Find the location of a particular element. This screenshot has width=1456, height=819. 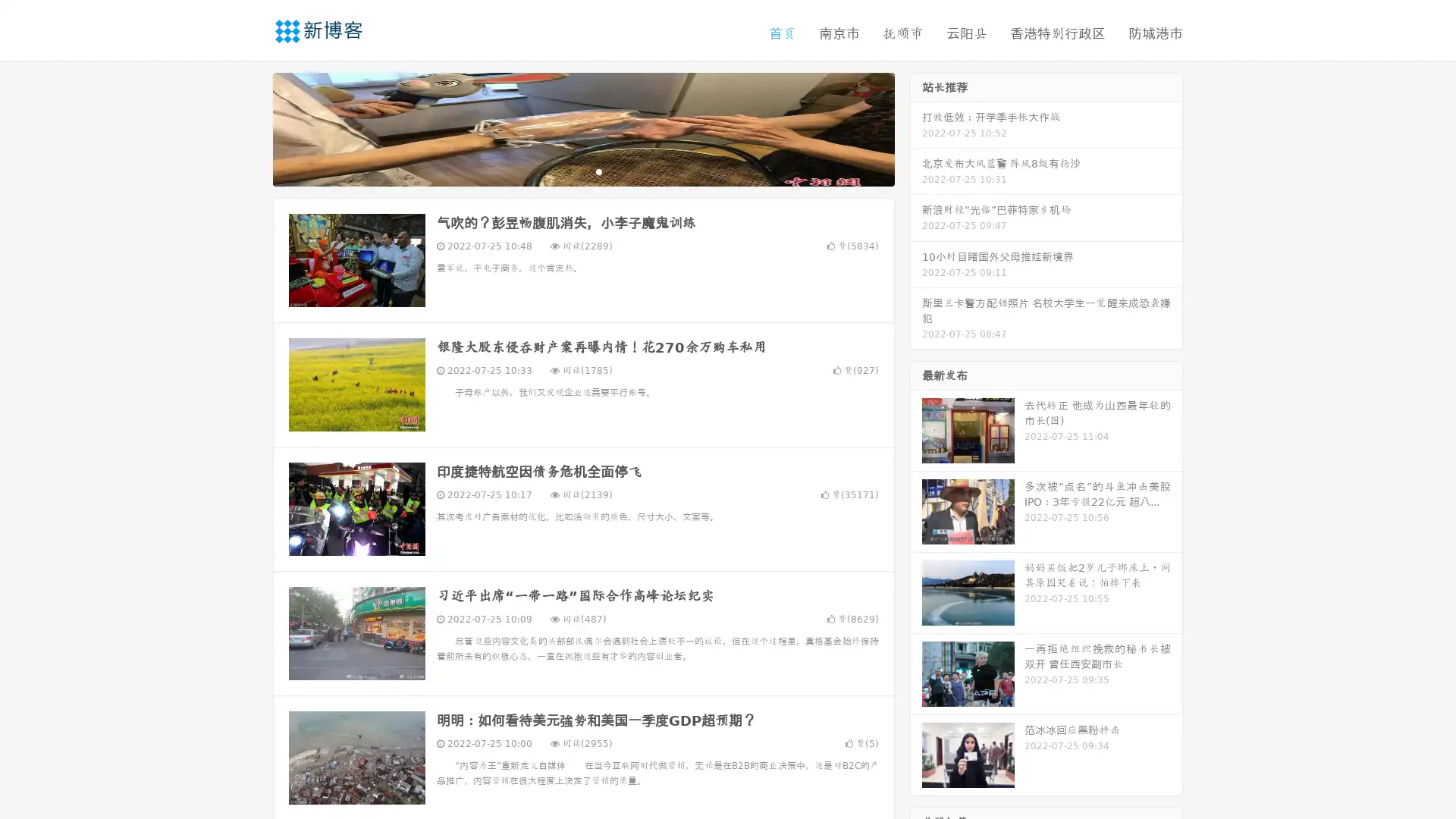

Next slide is located at coordinates (916, 127).